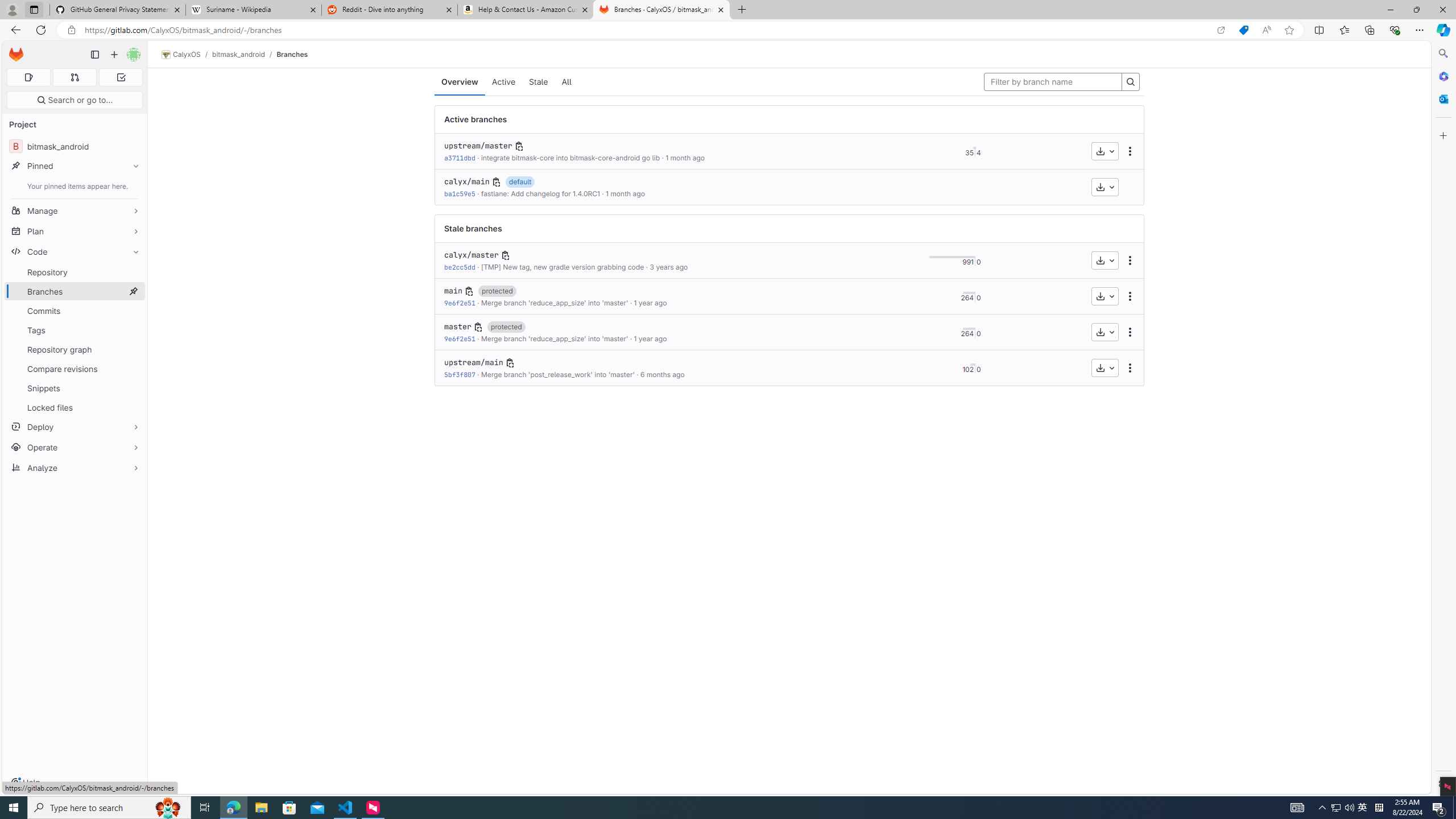 Image resolution: width=1456 pixels, height=819 pixels. I want to click on 'View site information', so click(71, 30).